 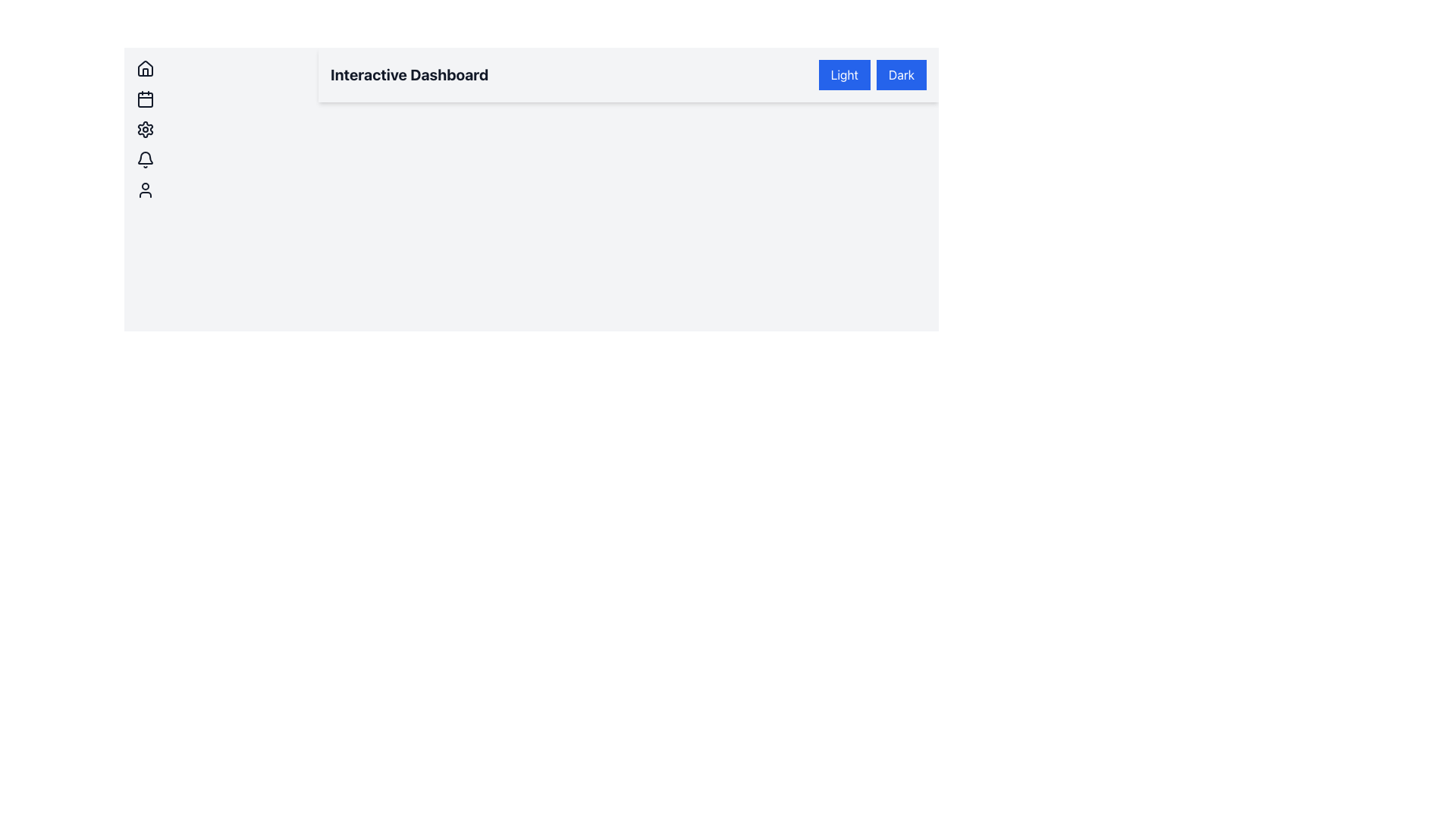 What do you see at coordinates (146, 128) in the screenshot?
I see `the gear icon, which is the third icon` at bounding box center [146, 128].